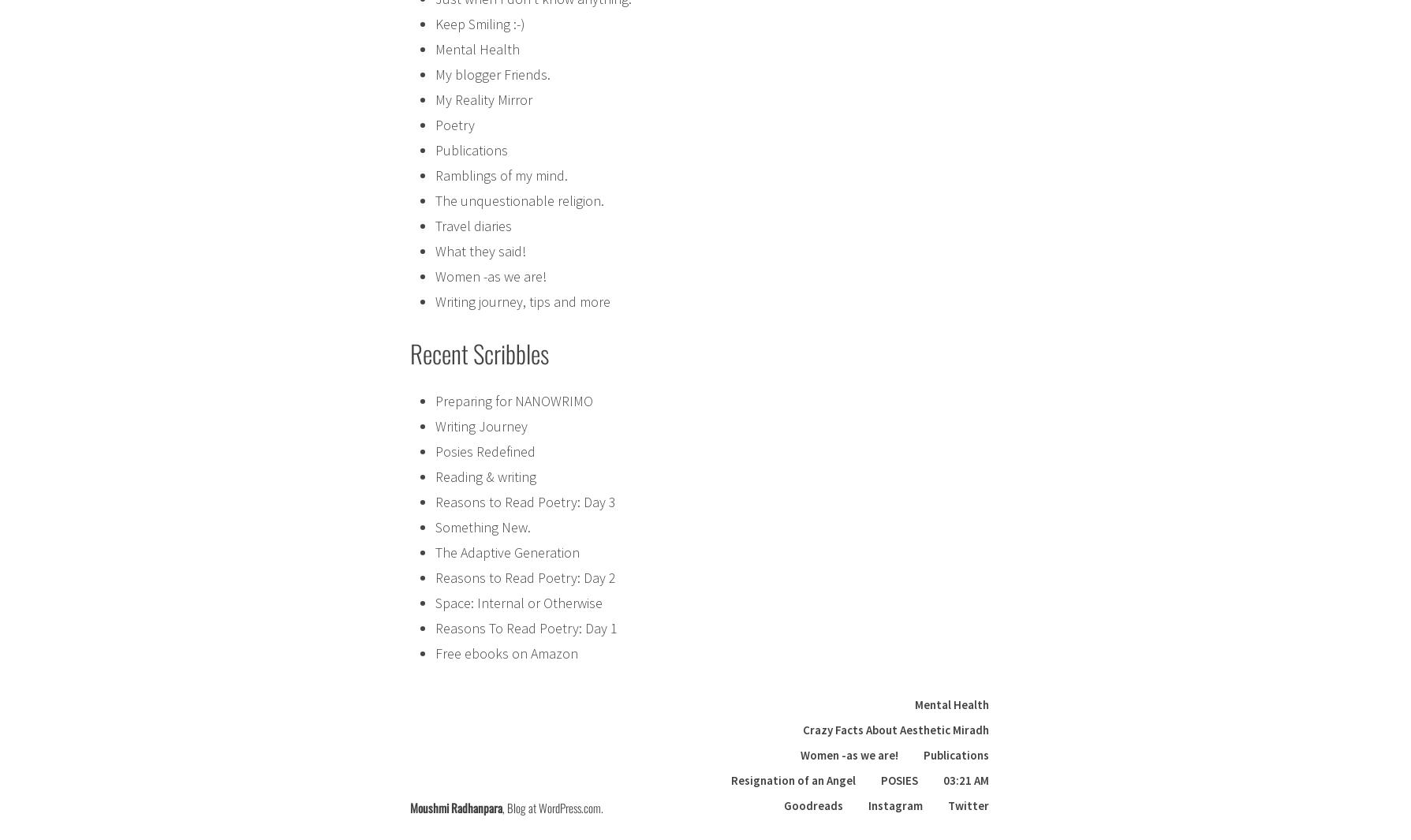 The height and width of the screenshot is (840, 1411). I want to click on 'Writing Journey', so click(434, 425).